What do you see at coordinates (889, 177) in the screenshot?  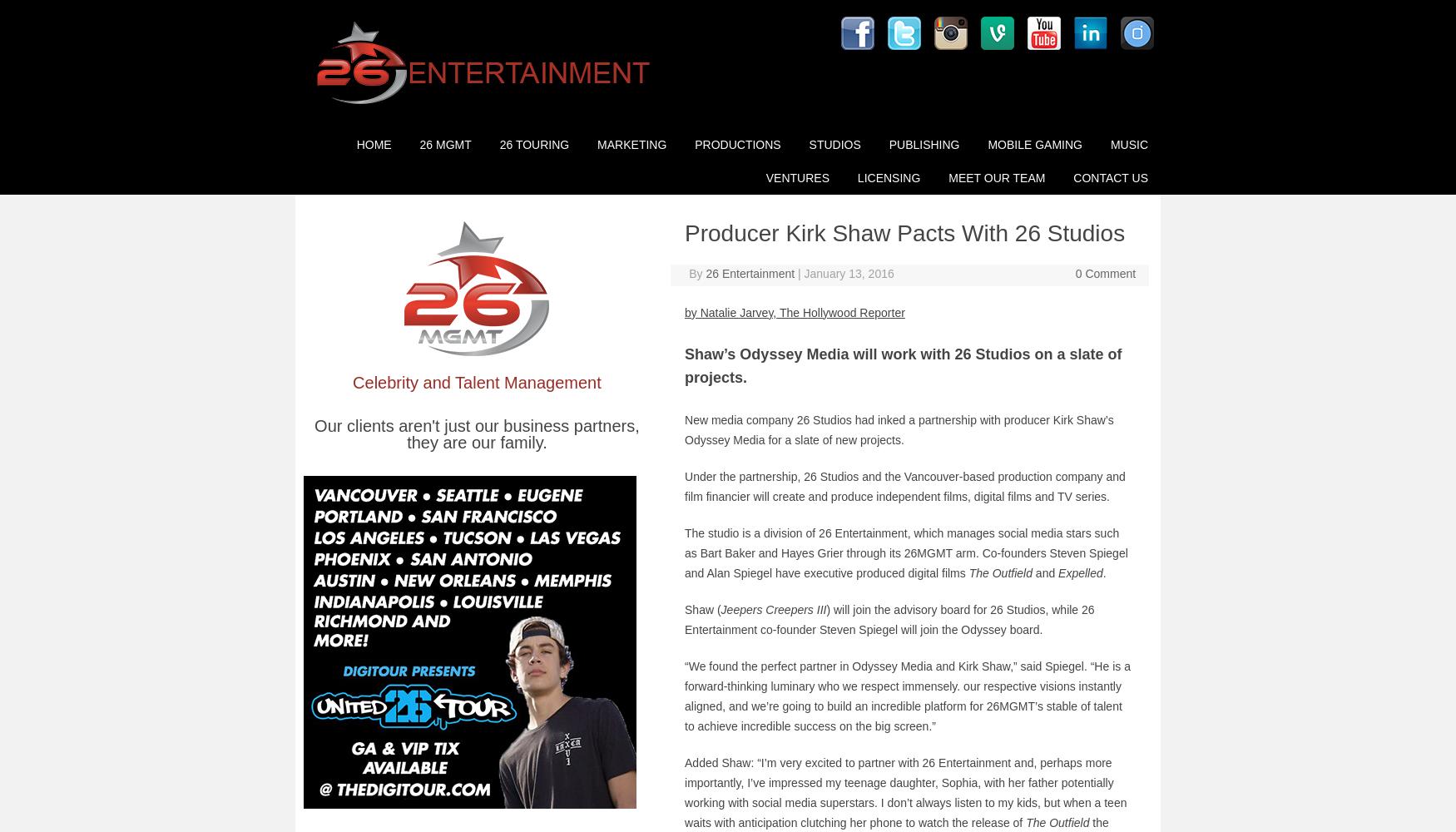 I see `'Licensing'` at bounding box center [889, 177].